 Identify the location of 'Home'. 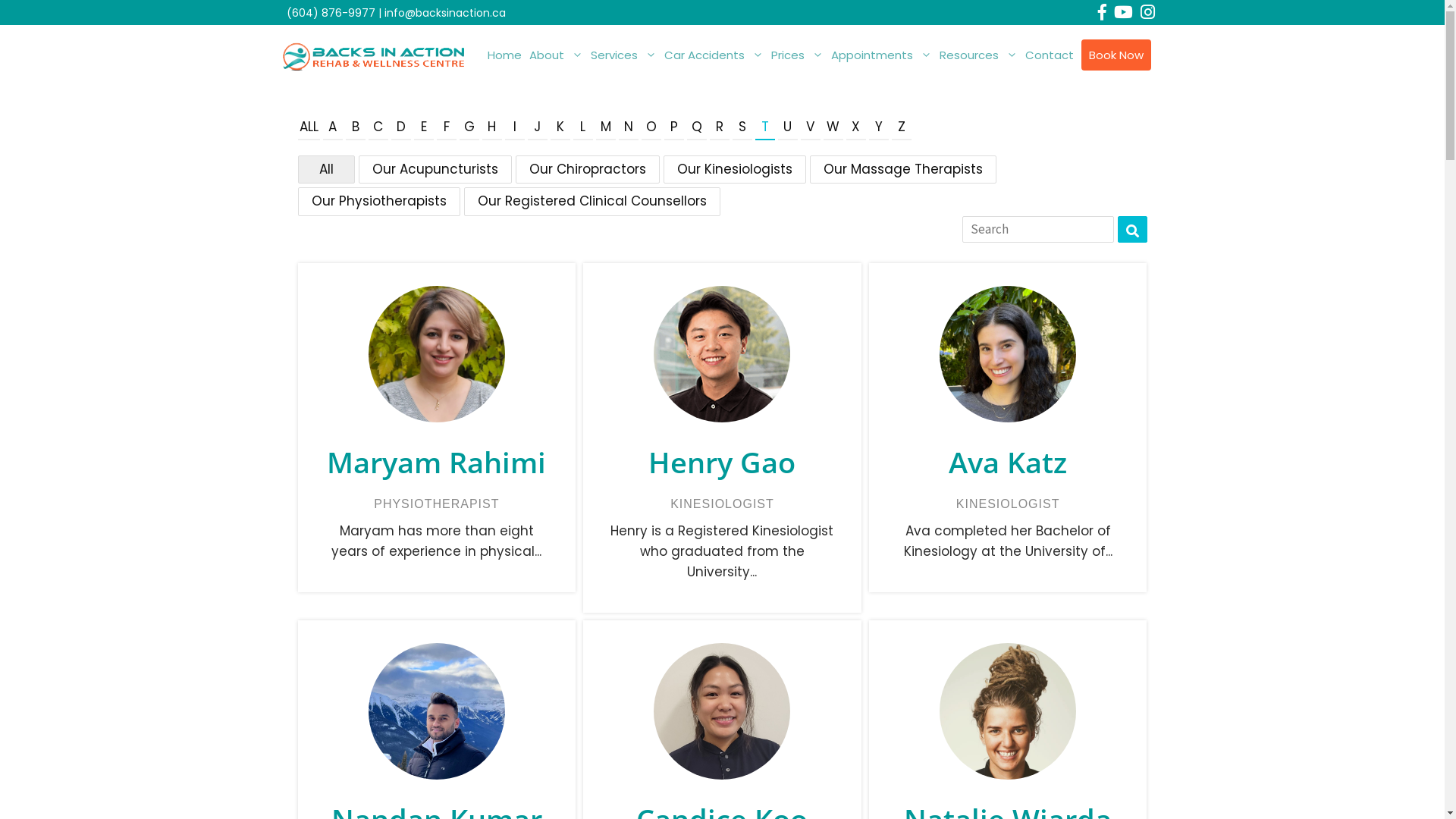
(483, 55).